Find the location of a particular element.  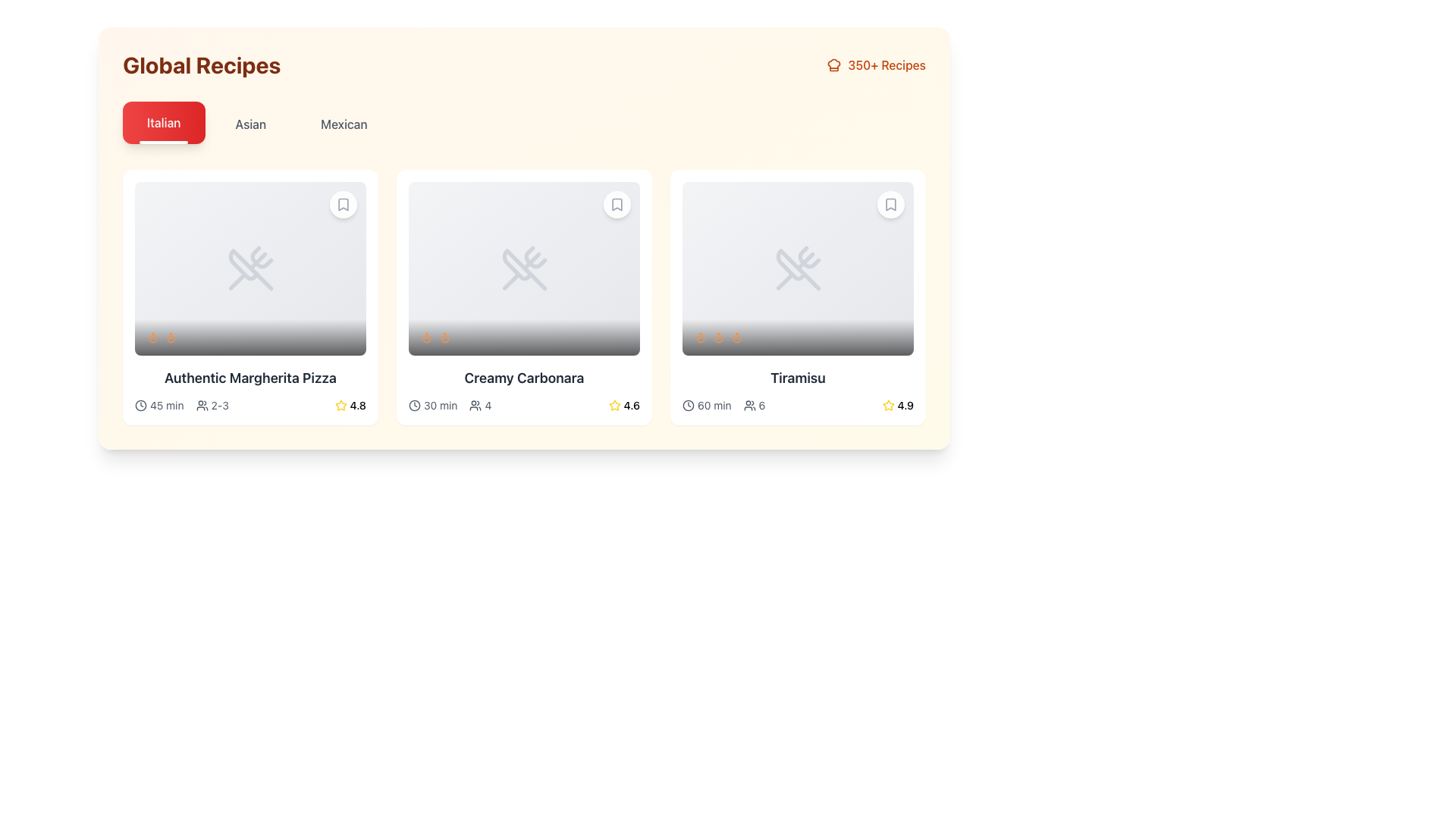

the text label displaying '350+ Recipes' located at the top-right corner of the interface, near the chef's hat icon is located at coordinates (886, 64).